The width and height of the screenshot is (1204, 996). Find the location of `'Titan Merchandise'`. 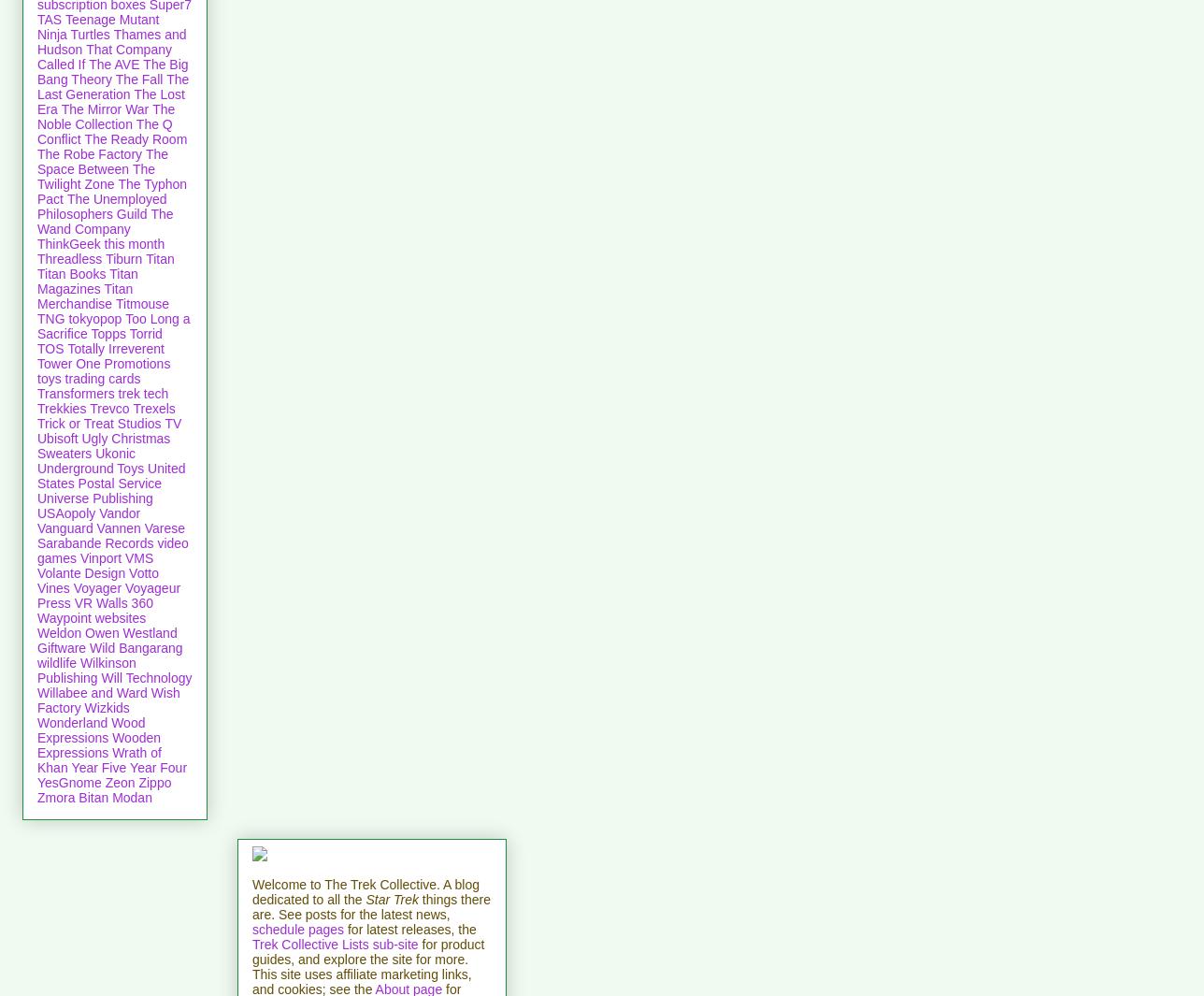

'Titan Merchandise' is located at coordinates (85, 294).